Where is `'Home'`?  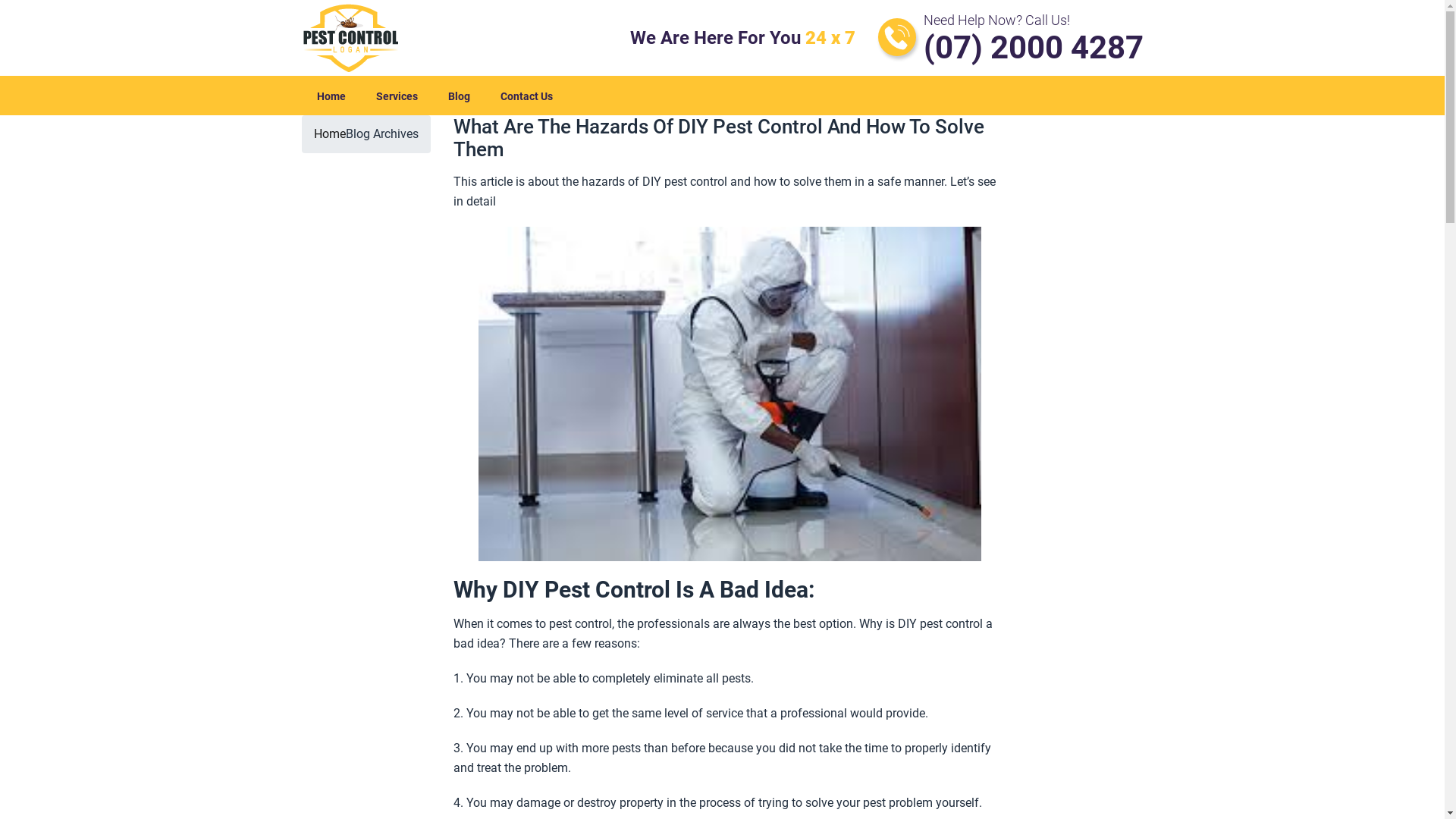
'Home' is located at coordinates (329, 133).